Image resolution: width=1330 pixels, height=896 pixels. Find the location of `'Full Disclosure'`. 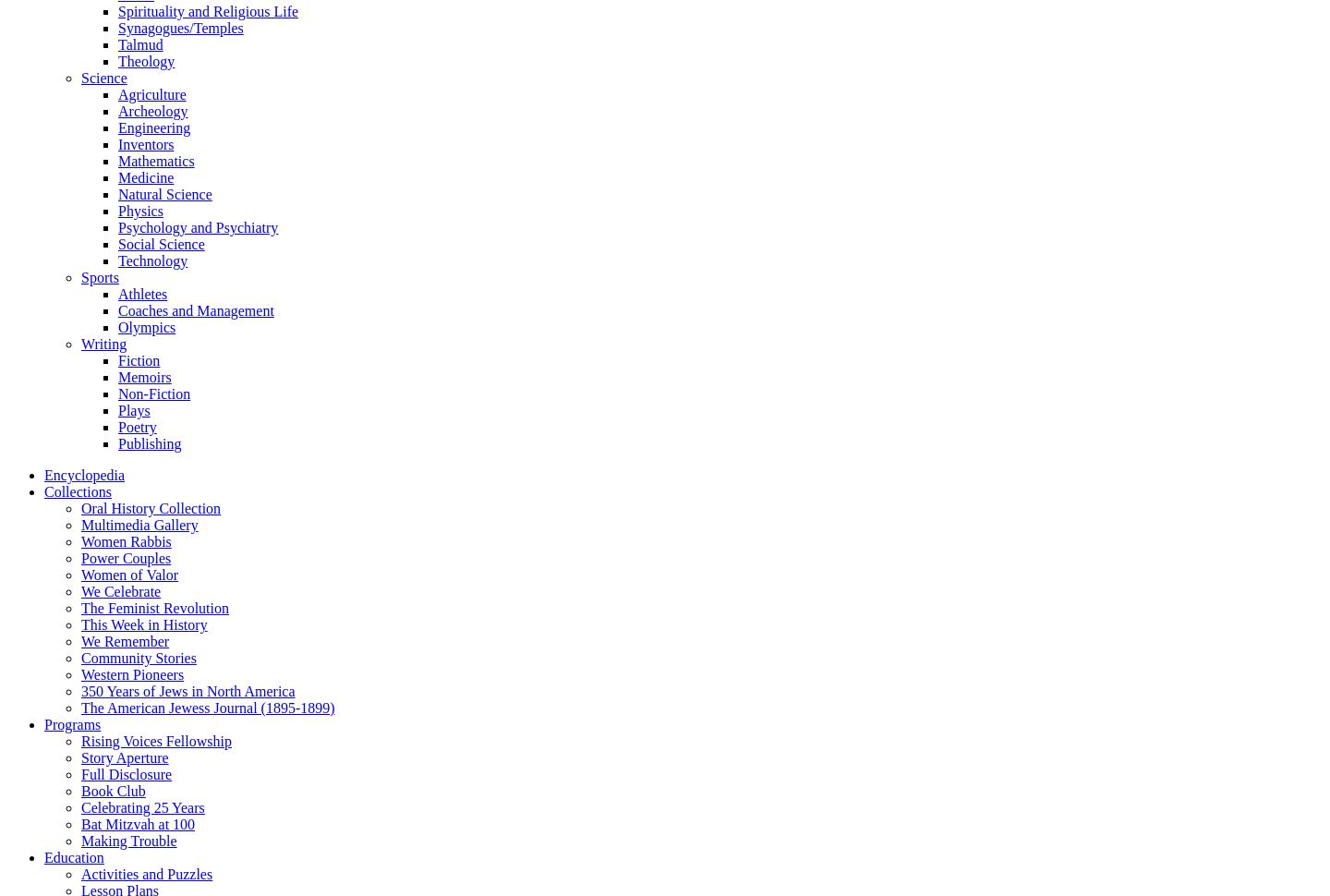

'Full Disclosure' is located at coordinates (125, 772).